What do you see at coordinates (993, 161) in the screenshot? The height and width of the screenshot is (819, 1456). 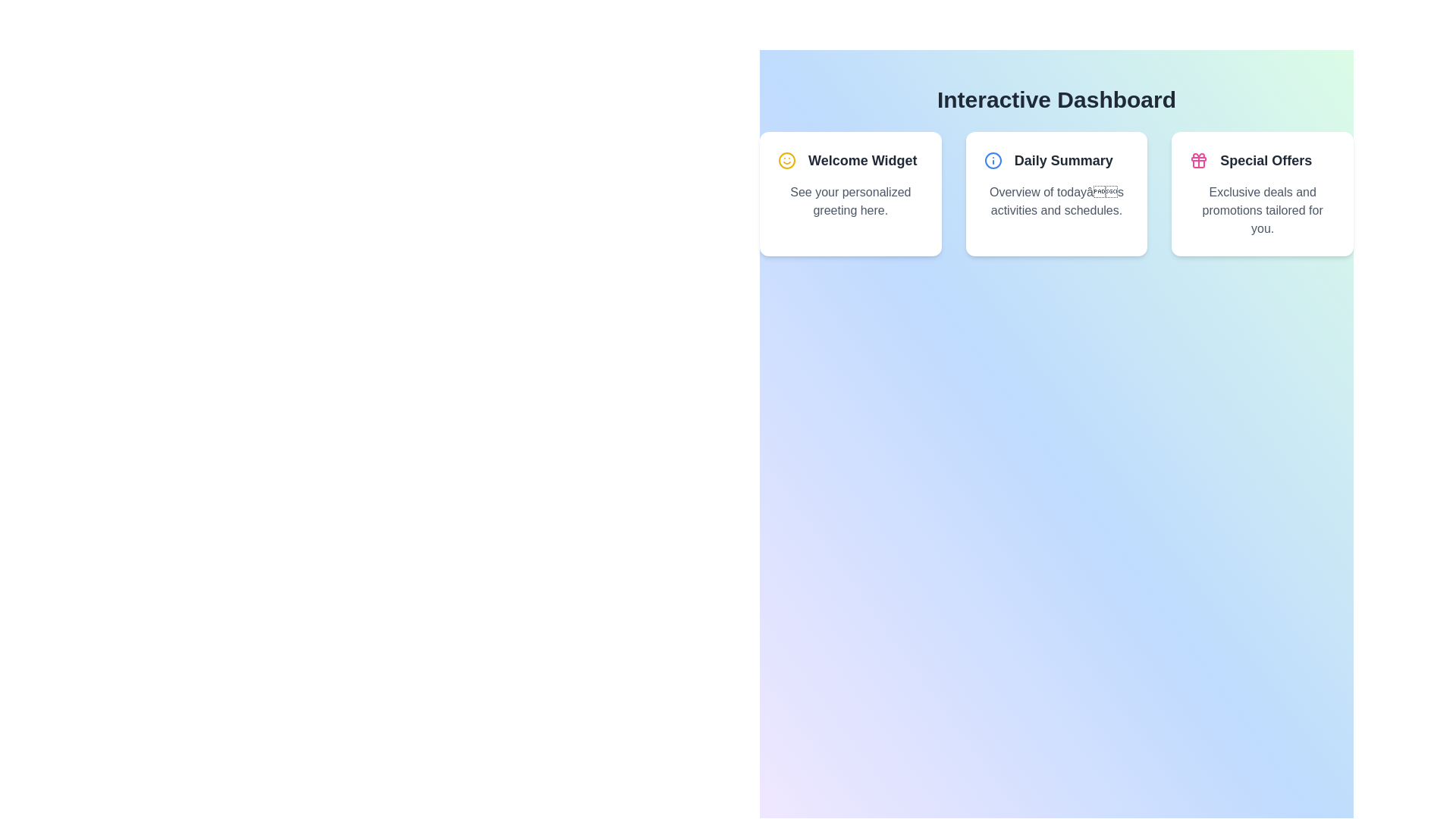 I see `the informational icon located to the left of the 'Daily Summary' text title` at bounding box center [993, 161].